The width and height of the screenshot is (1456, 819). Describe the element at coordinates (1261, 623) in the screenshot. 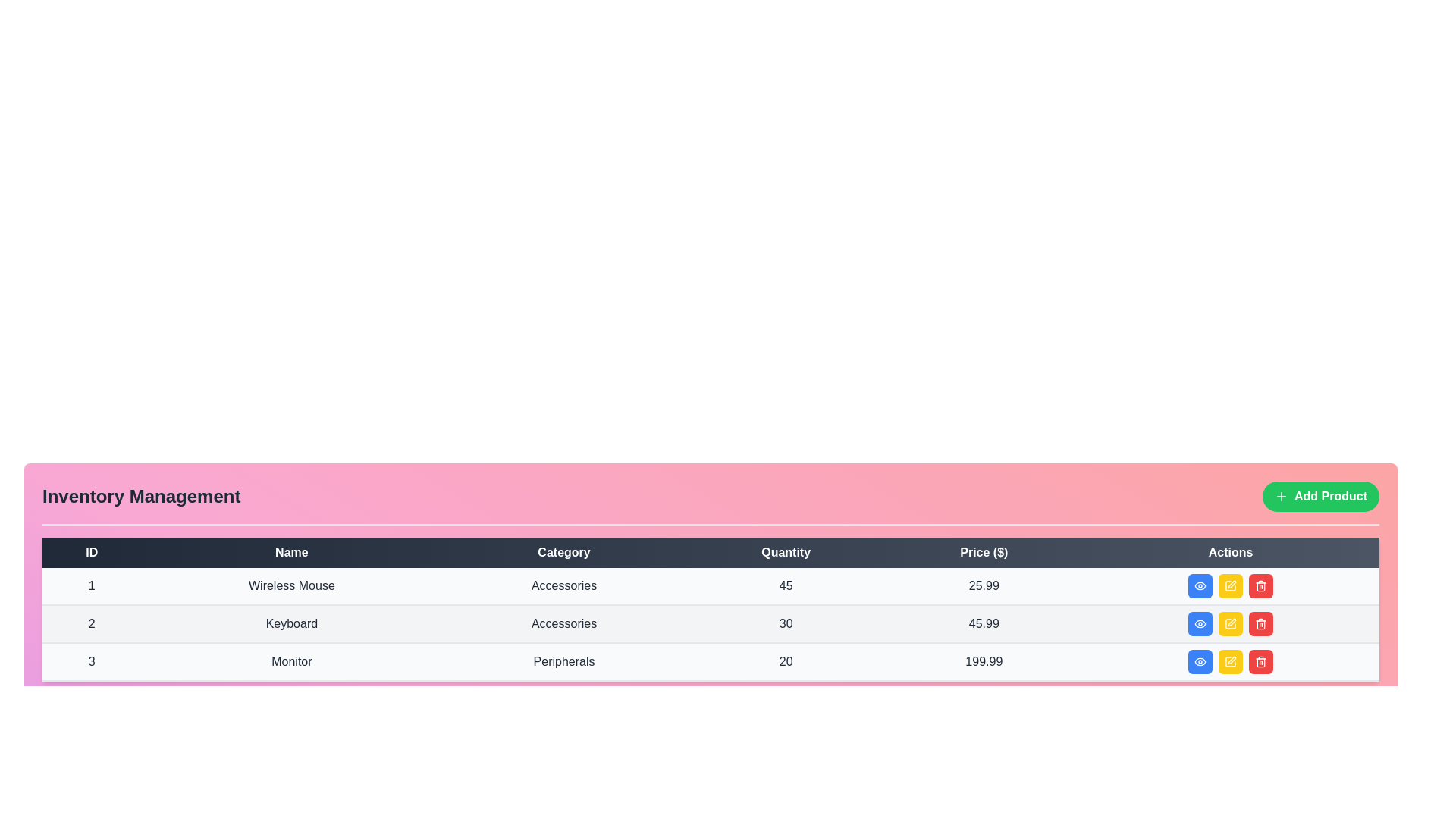

I see `the delete icon button located at the rightmost side of the last row in the 'Actions' column of the table` at that location.